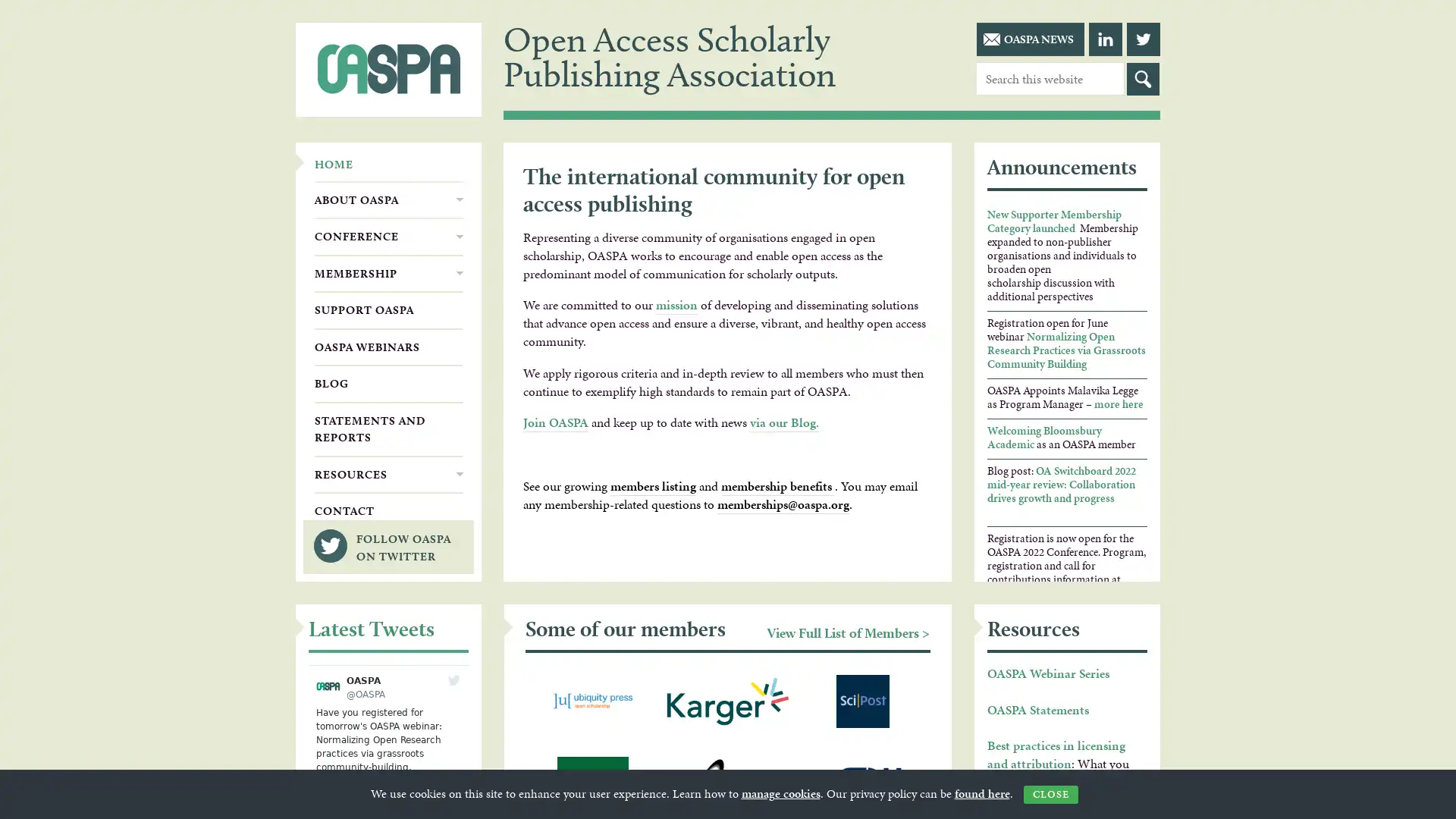 This screenshot has width=1456, height=819. I want to click on Search, so click(1143, 79).